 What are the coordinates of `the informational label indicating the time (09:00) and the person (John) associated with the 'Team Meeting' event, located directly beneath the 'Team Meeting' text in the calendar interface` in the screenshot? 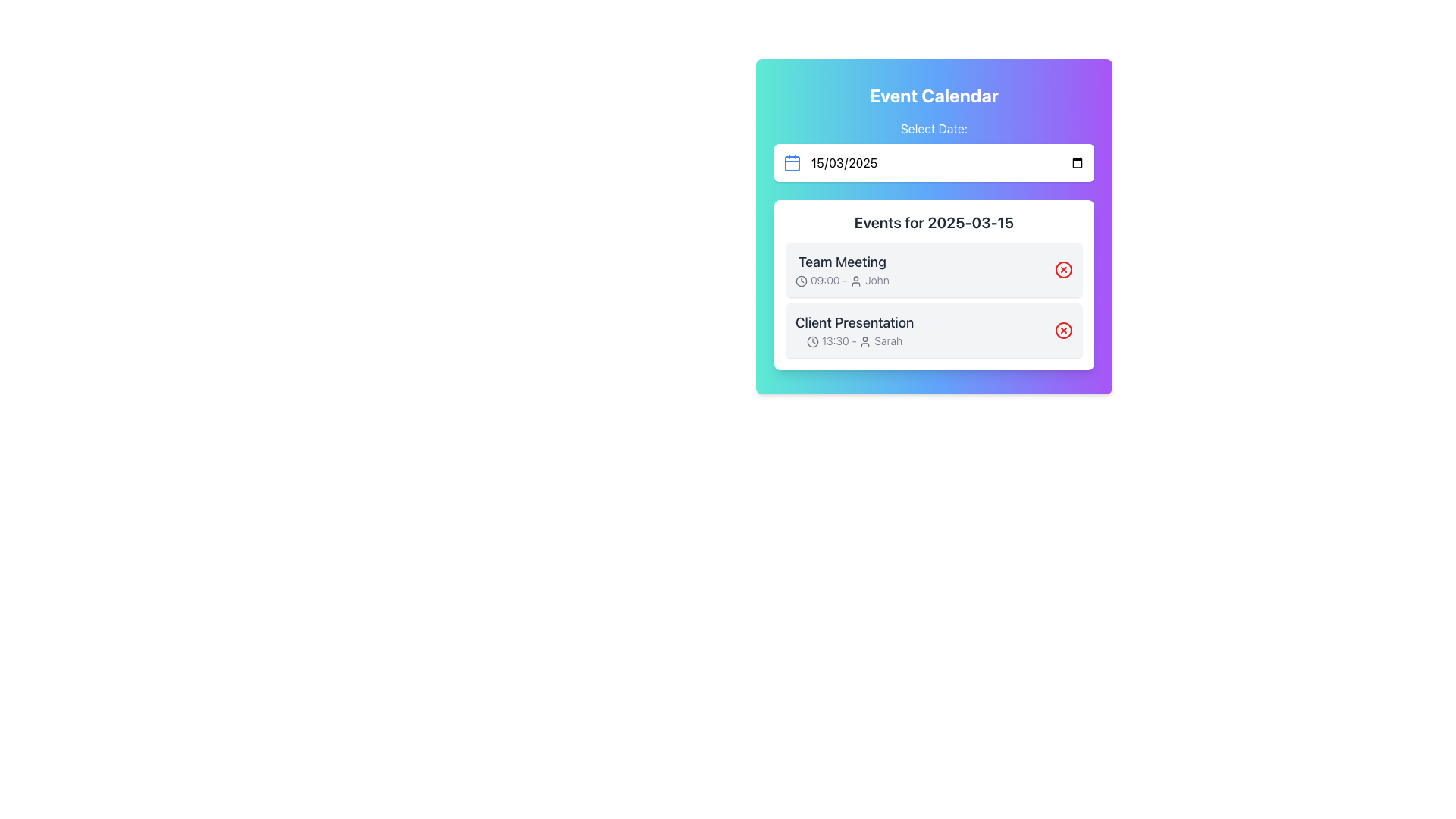 It's located at (841, 281).